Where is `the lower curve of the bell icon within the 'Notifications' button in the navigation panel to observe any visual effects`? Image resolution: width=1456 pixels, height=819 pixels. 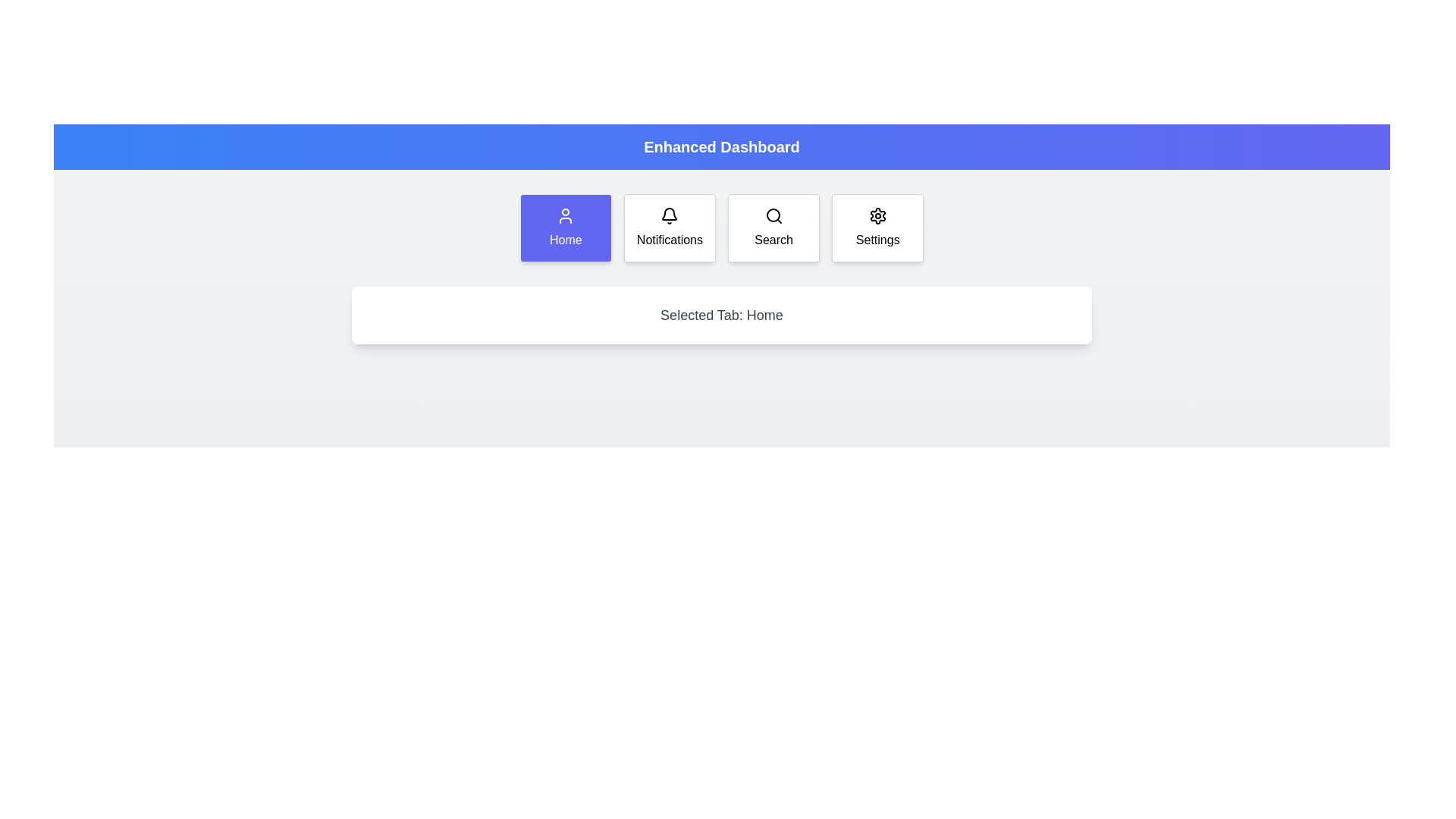 the lower curve of the bell icon within the 'Notifications' button in the navigation panel to observe any visual effects is located at coordinates (669, 214).